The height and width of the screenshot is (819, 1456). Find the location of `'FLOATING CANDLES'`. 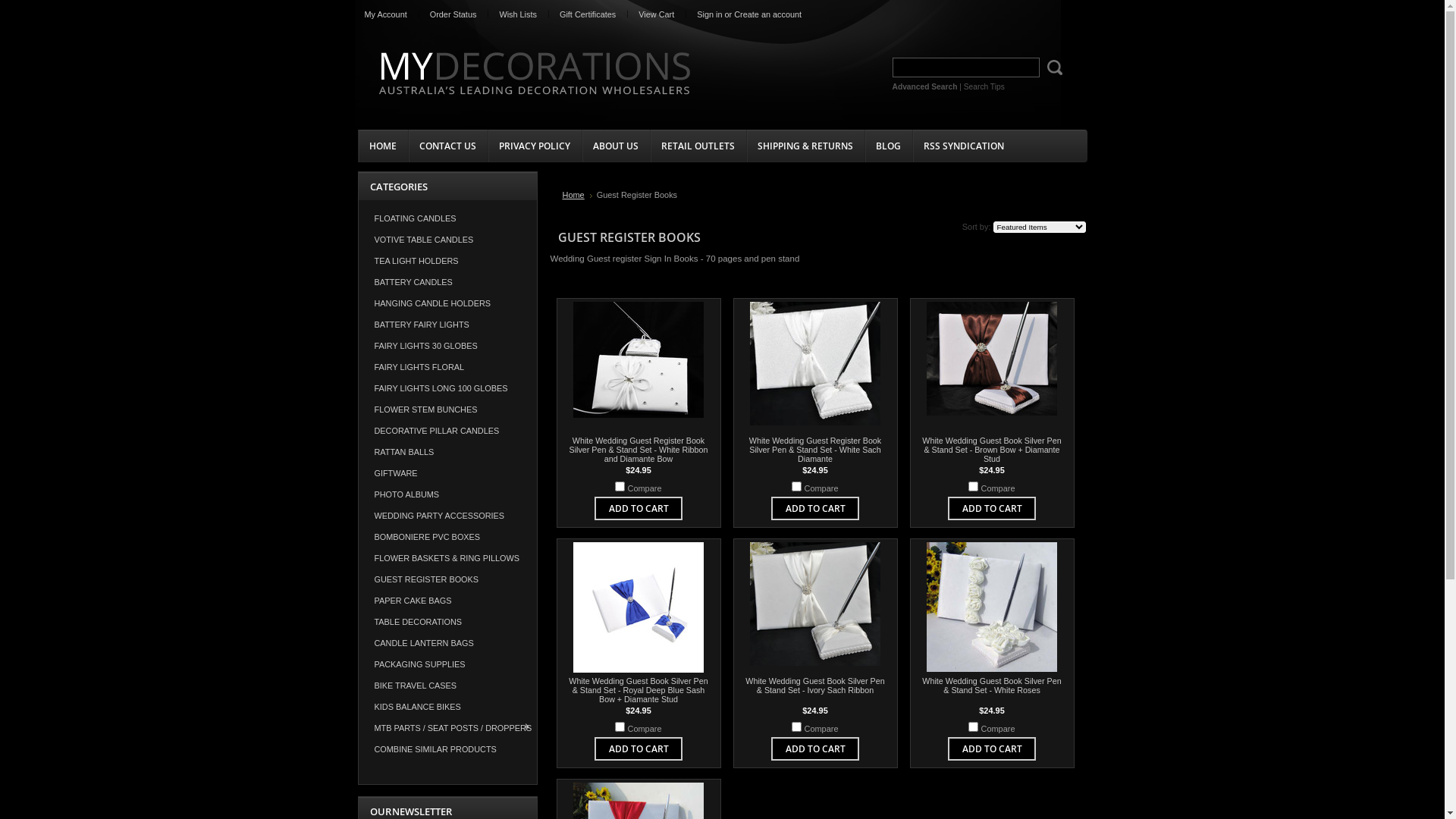

'FLOATING CANDLES' is located at coordinates (356, 218).